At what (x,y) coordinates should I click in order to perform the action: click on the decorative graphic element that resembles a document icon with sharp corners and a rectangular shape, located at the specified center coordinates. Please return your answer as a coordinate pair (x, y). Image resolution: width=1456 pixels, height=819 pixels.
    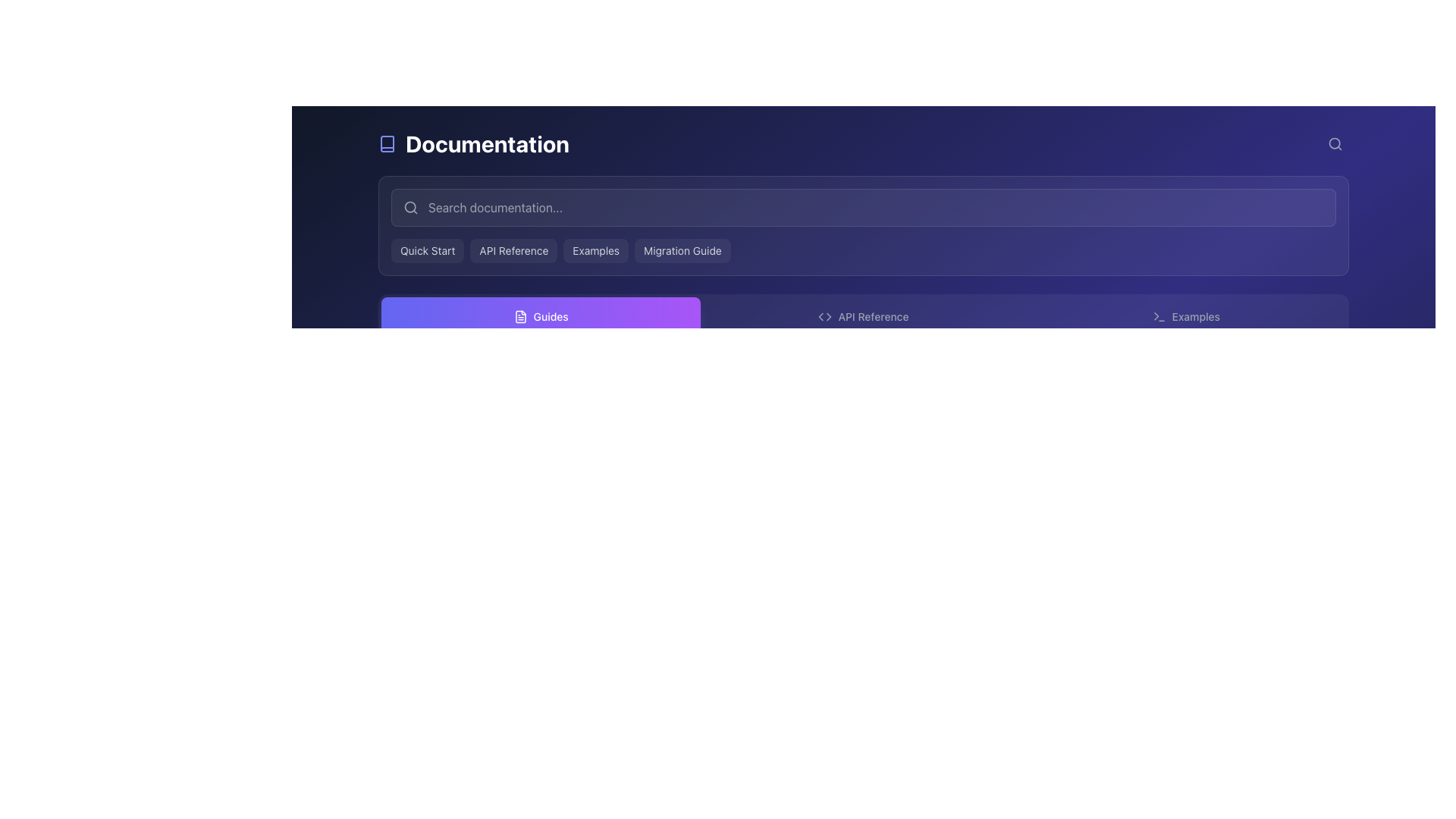
    Looking at the image, I should click on (520, 315).